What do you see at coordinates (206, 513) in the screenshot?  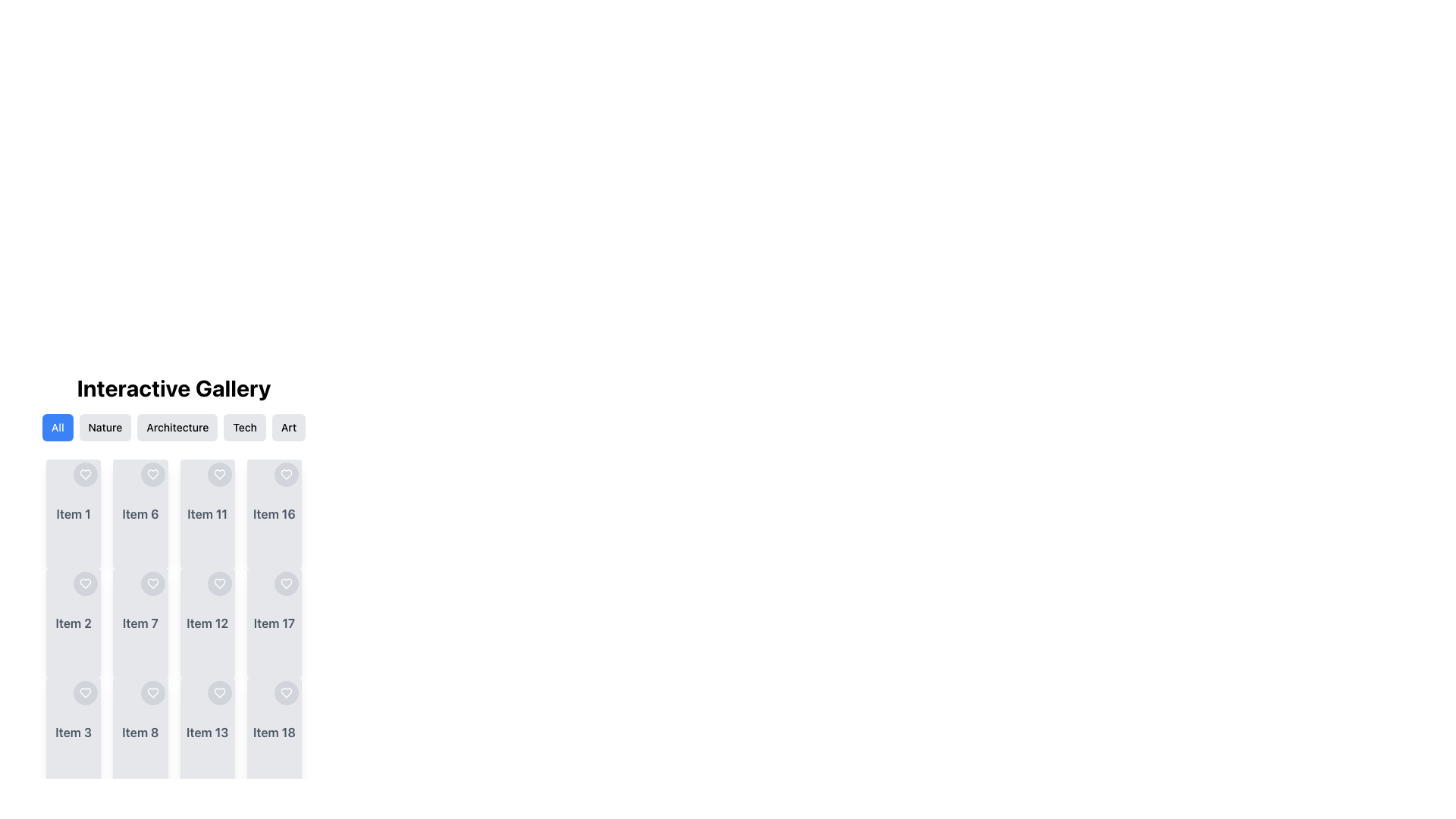 I see `bold text label 'Item 11' which is styled with a gray font color and located at the center of the third card in the second row of a grid layout` at bounding box center [206, 513].